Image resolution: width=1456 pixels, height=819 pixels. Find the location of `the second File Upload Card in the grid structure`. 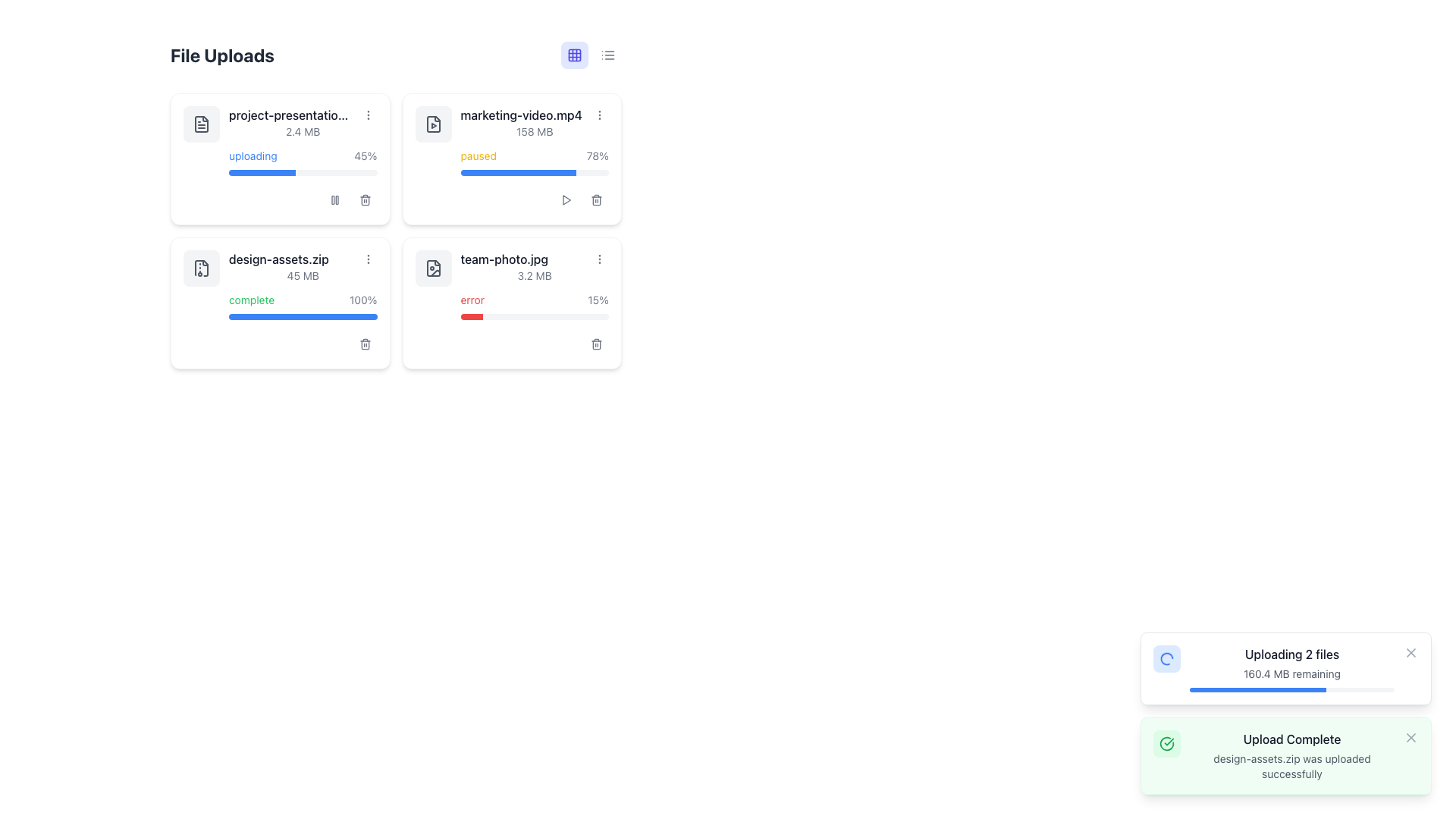

the second File Upload Card in the grid structure is located at coordinates (512, 158).